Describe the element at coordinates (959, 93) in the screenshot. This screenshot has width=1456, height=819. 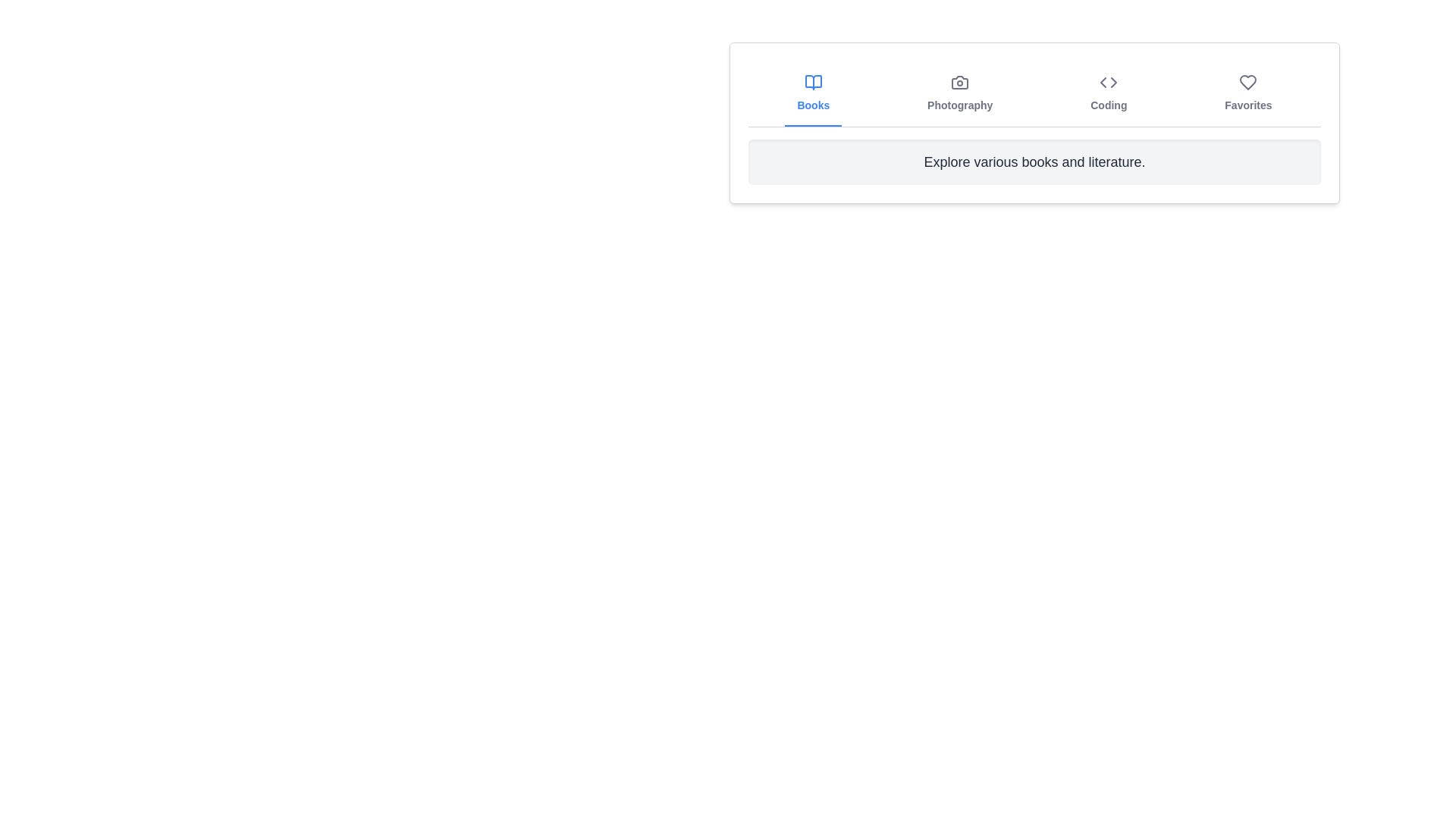
I see `the 'Photography' tab in the navigation bar to observe visual effects` at that location.